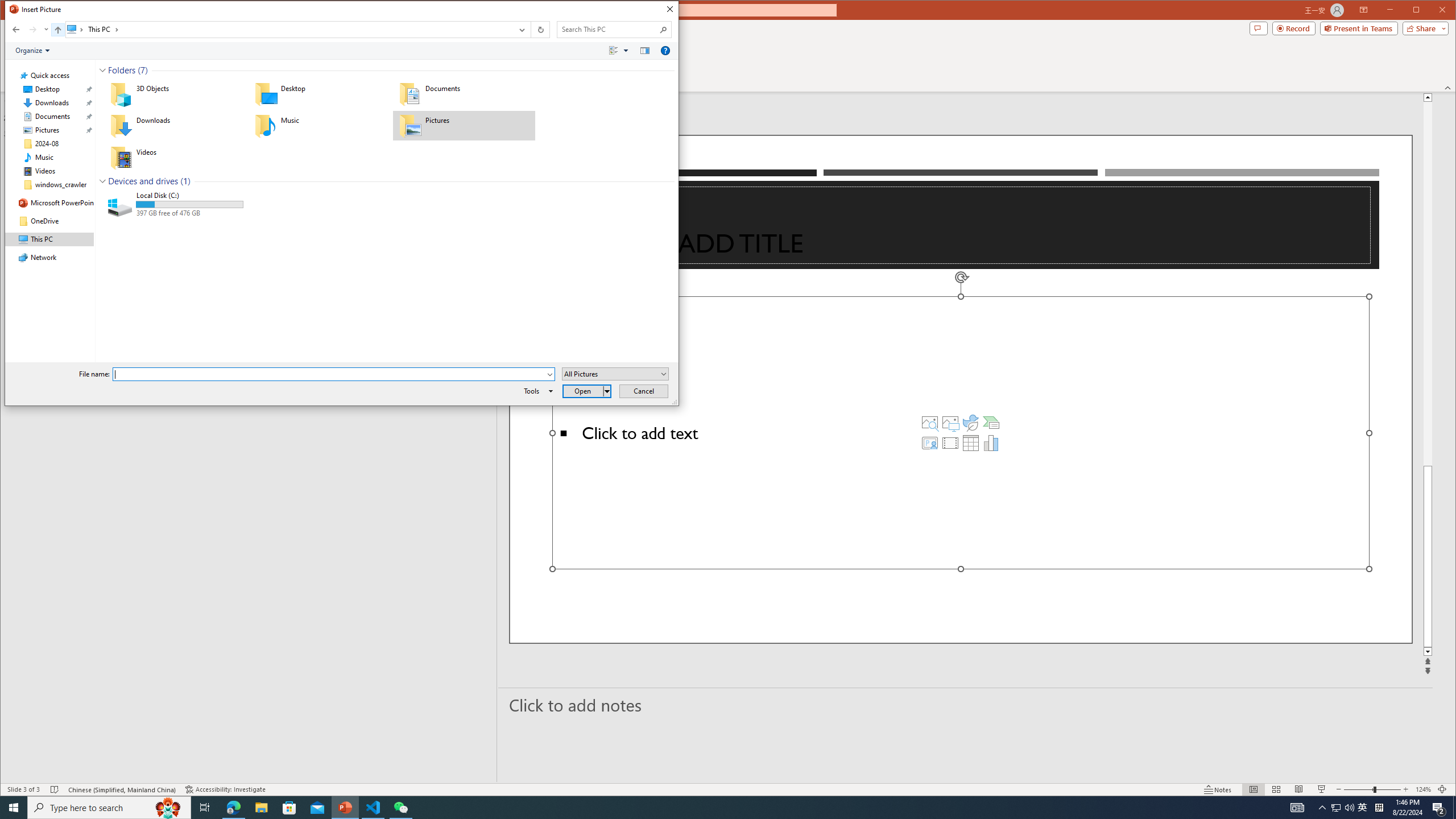 The image size is (1456, 819). What do you see at coordinates (288, 29) in the screenshot?
I see `'Address: This PC'` at bounding box center [288, 29].